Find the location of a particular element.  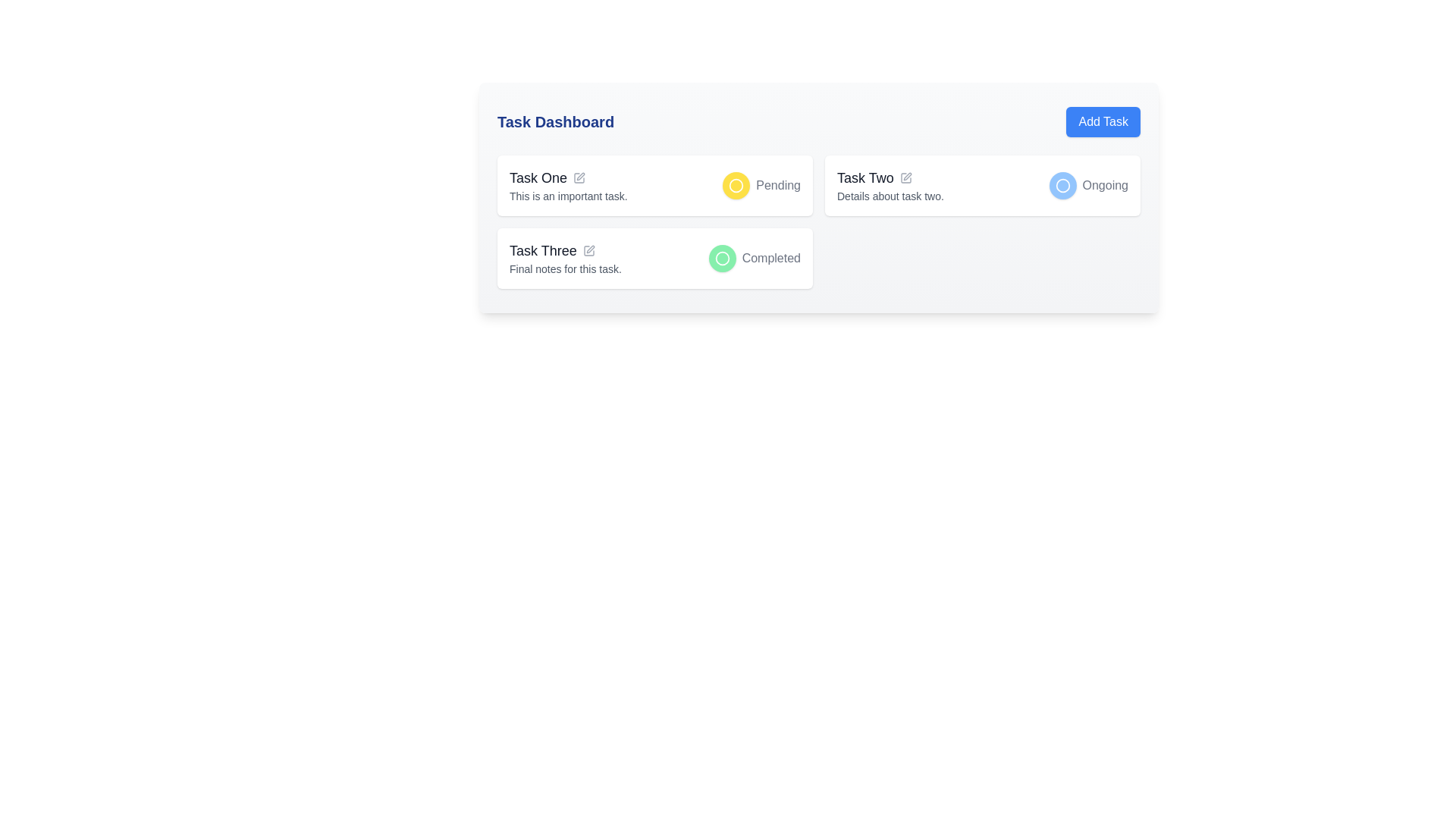

the circular button with a light blue background located to the left of the text 'Ongoing' for accessibility interaction is located at coordinates (1062, 185).